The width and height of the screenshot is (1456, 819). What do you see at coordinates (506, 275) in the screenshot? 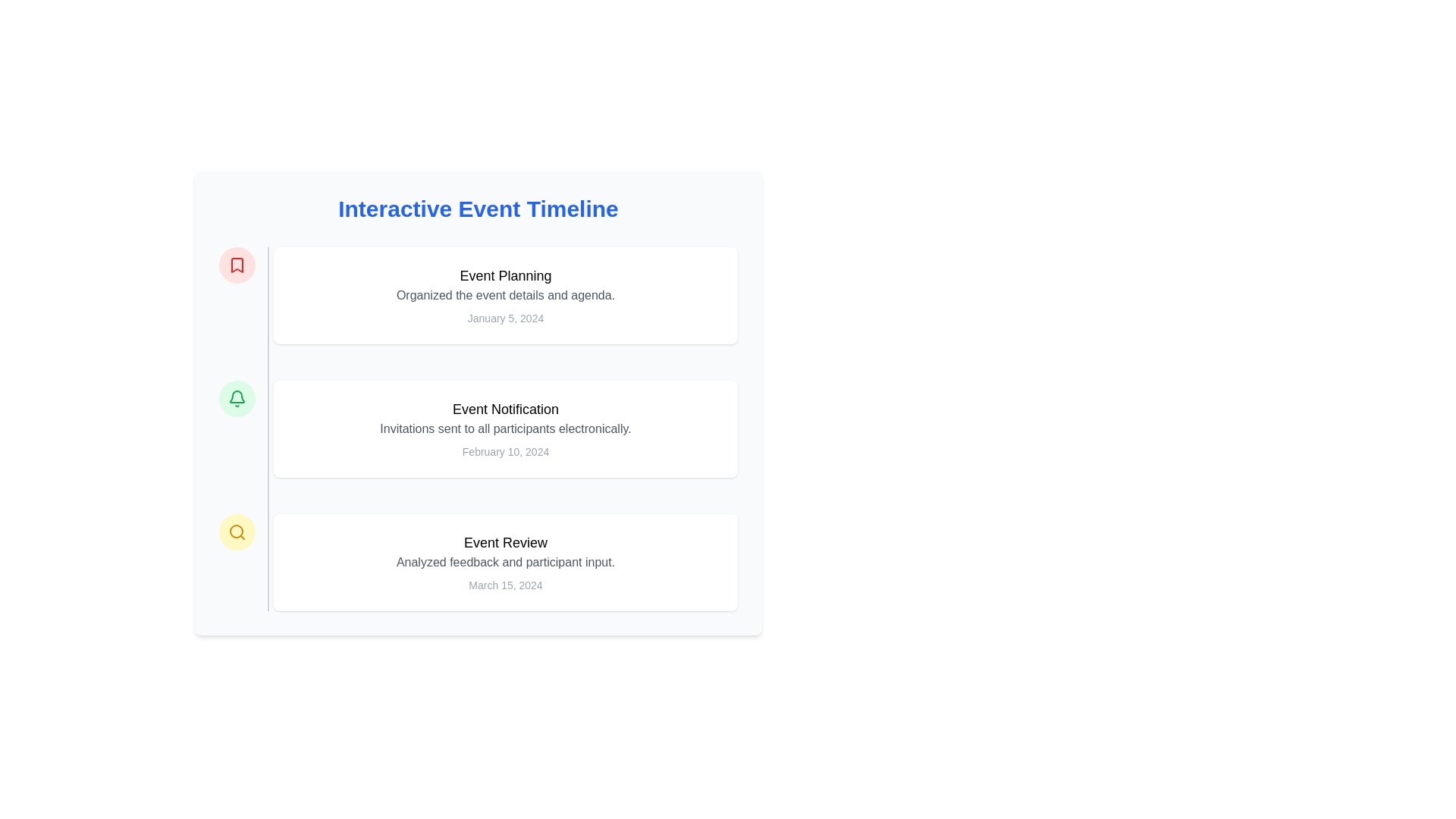
I see `the title text label of the first event card in the timeline interface, which provides a quick reference to the event's main topic` at bounding box center [506, 275].